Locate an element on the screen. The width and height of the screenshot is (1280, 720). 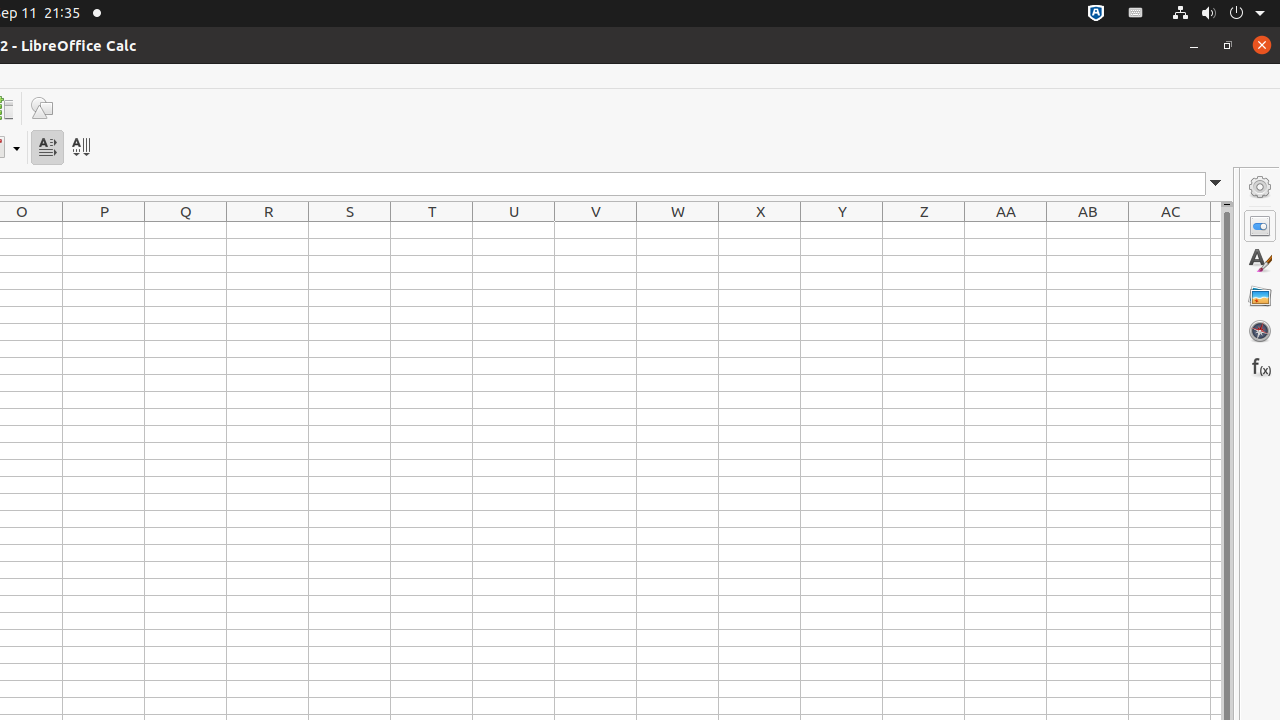
'Draw Functions' is located at coordinates (41, 108).